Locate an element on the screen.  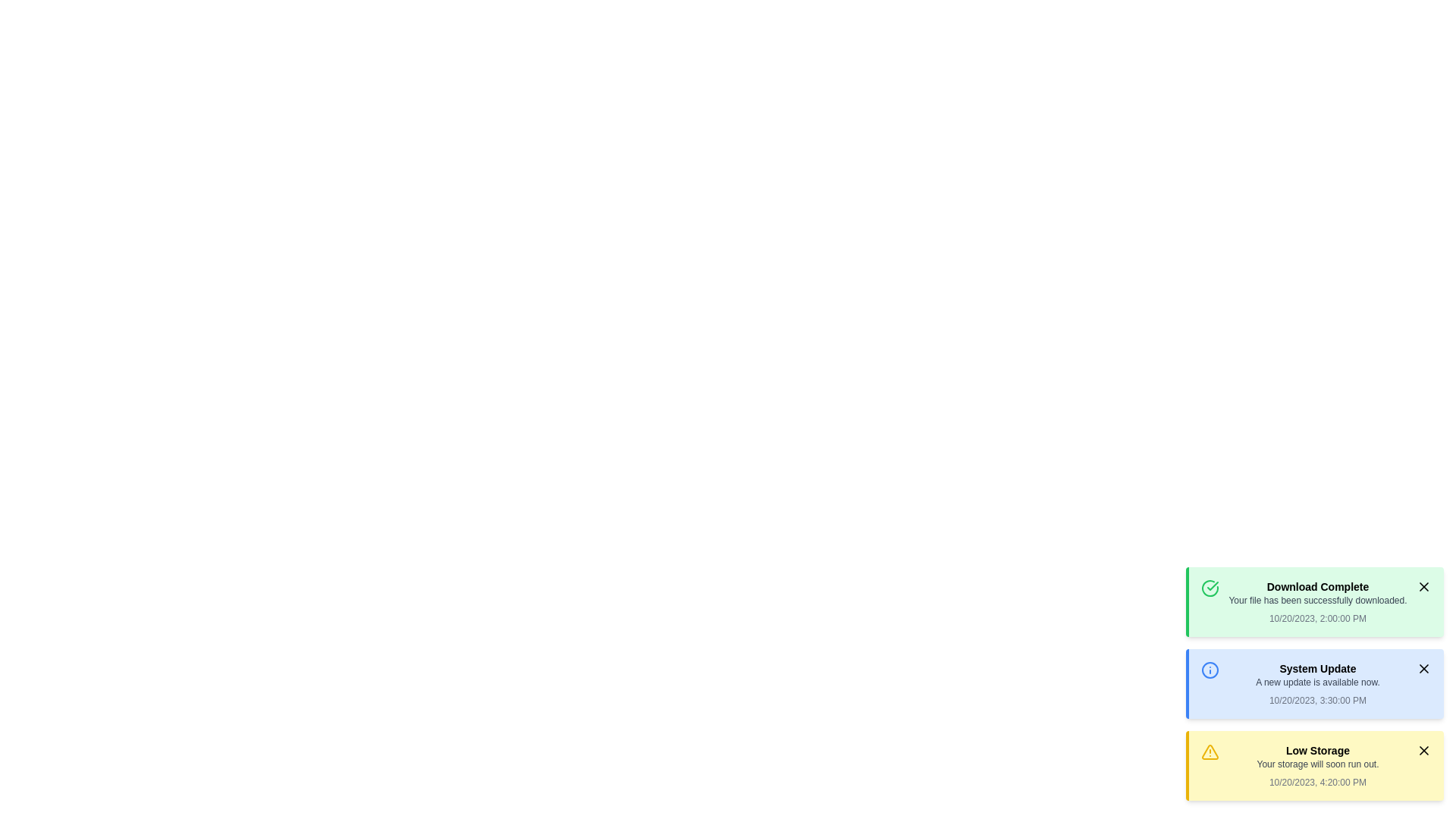
the cross-shaped icon at the top-right corner of the 'Low Storage' notification for potential tooltip or feedback is located at coordinates (1423, 751).